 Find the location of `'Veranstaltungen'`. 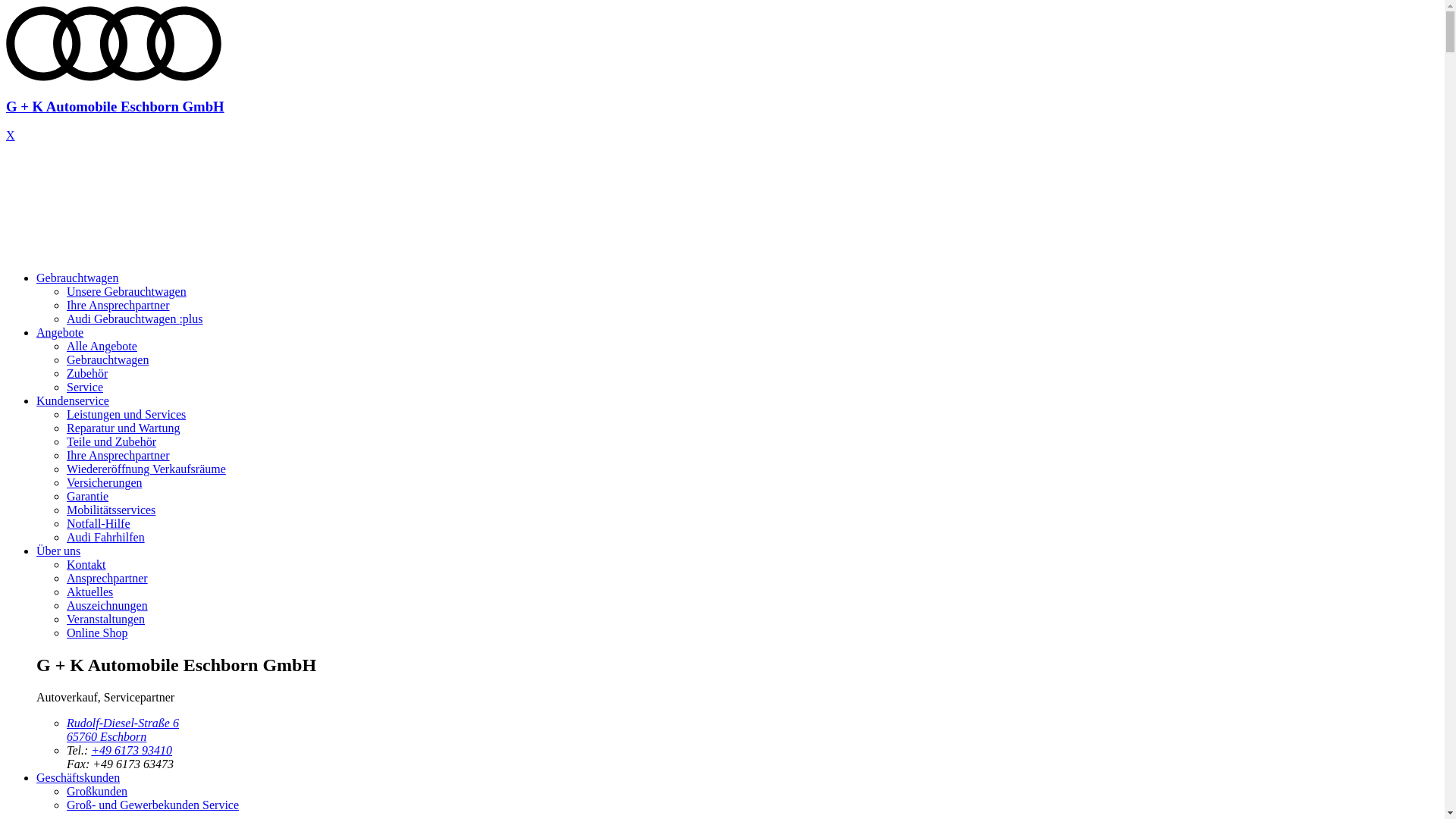

'Veranstaltungen' is located at coordinates (105, 619).